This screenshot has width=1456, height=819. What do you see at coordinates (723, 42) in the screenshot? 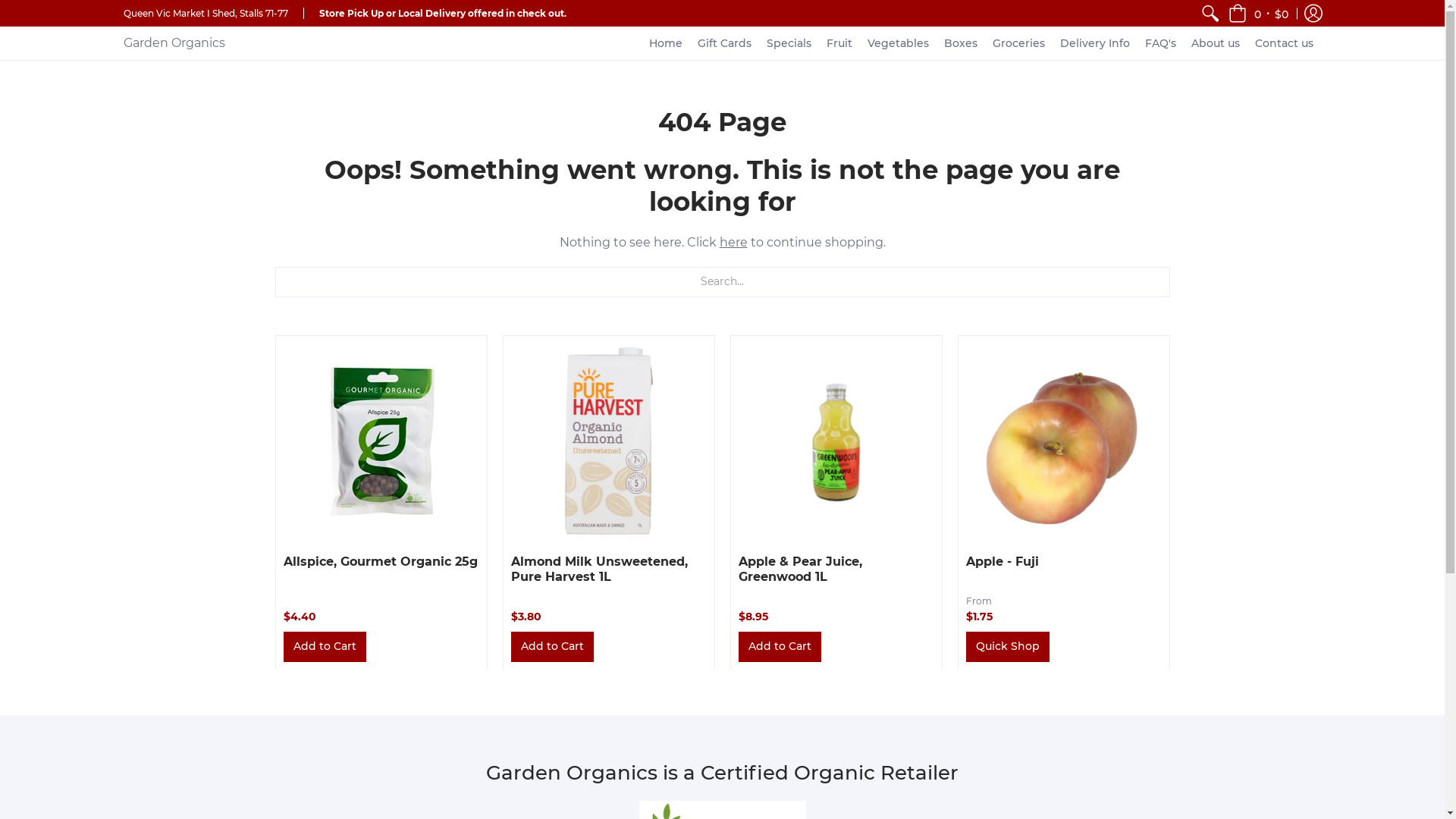
I see `'Gift Cards'` at bounding box center [723, 42].